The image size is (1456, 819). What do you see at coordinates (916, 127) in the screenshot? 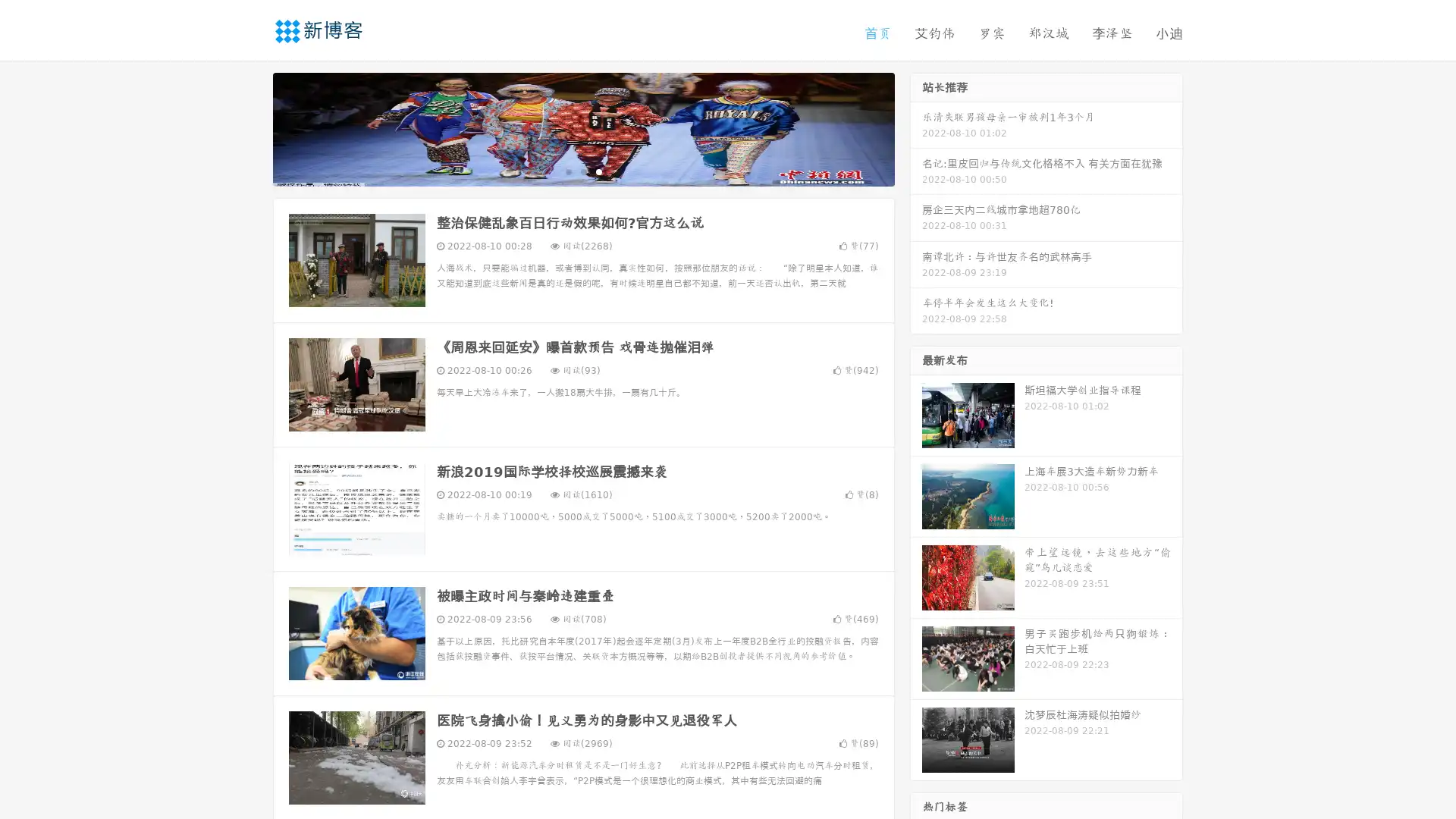
I see `Next slide` at bounding box center [916, 127].